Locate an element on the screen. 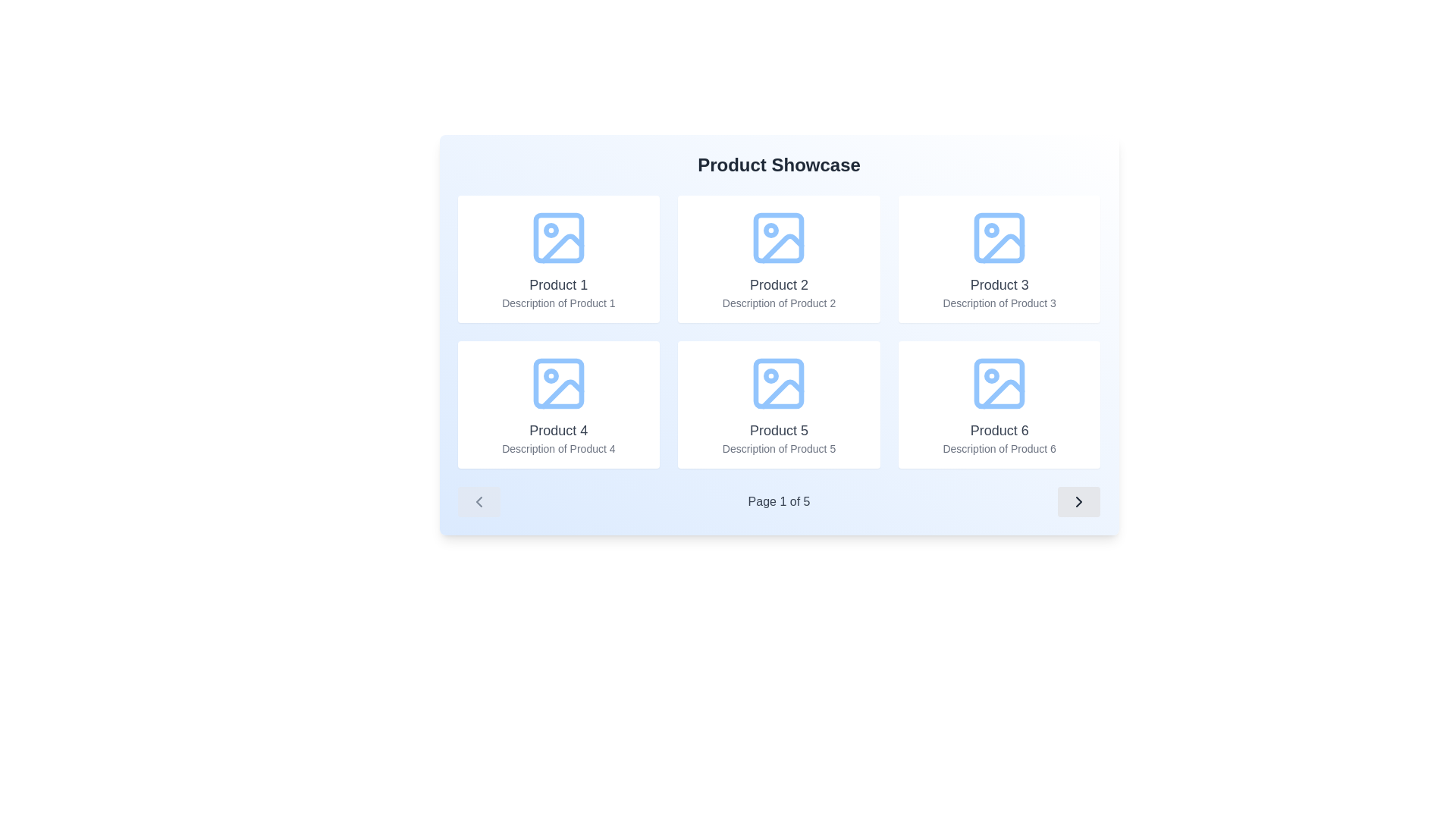  the product card located in the second row, first column of the grid, which contains an image icon, title, and description is located at coordinates (557, 403).